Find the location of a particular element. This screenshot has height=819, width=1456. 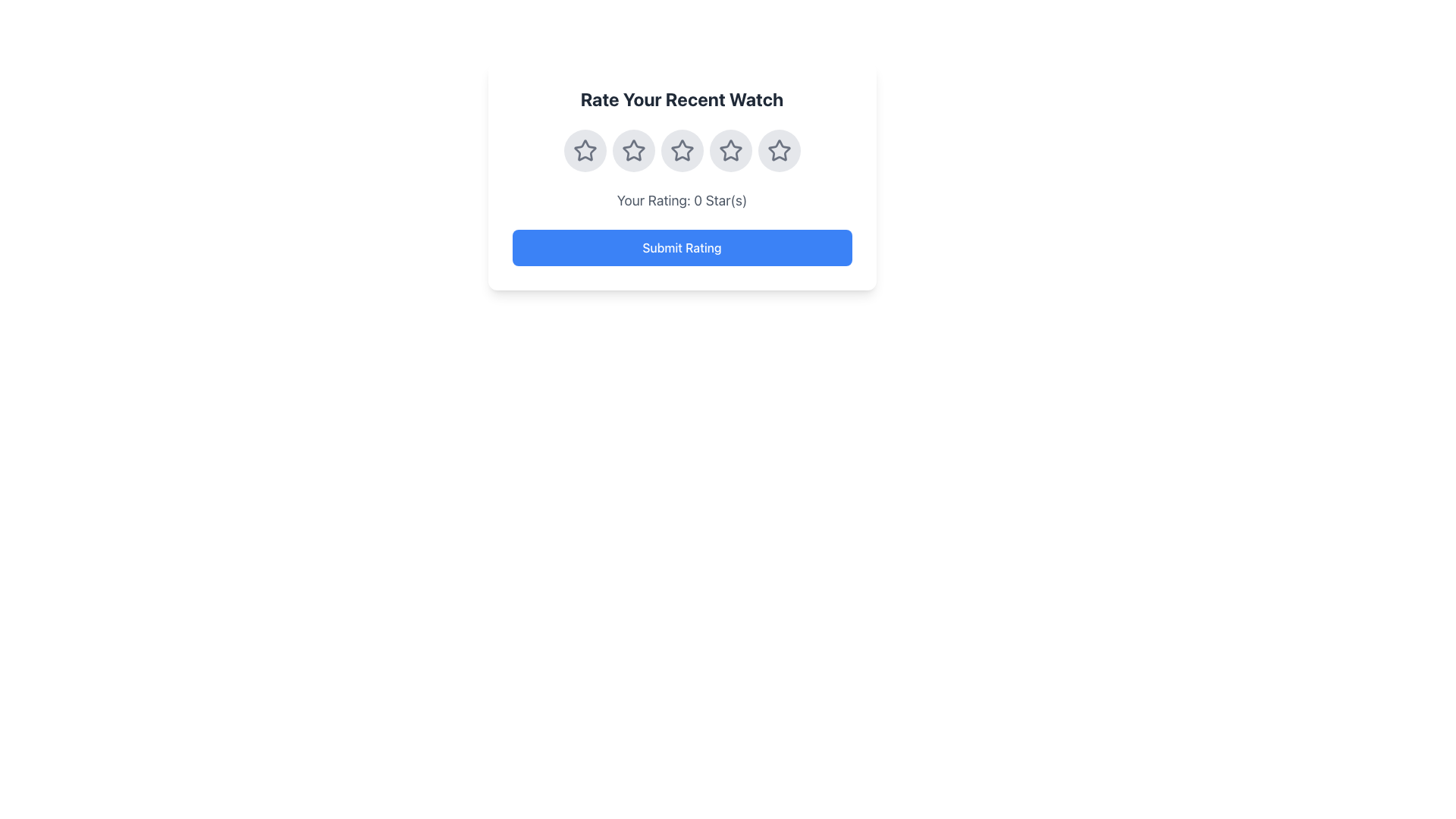

the first star icon in the 5-star rating scale is located at coordinates (584, 150).